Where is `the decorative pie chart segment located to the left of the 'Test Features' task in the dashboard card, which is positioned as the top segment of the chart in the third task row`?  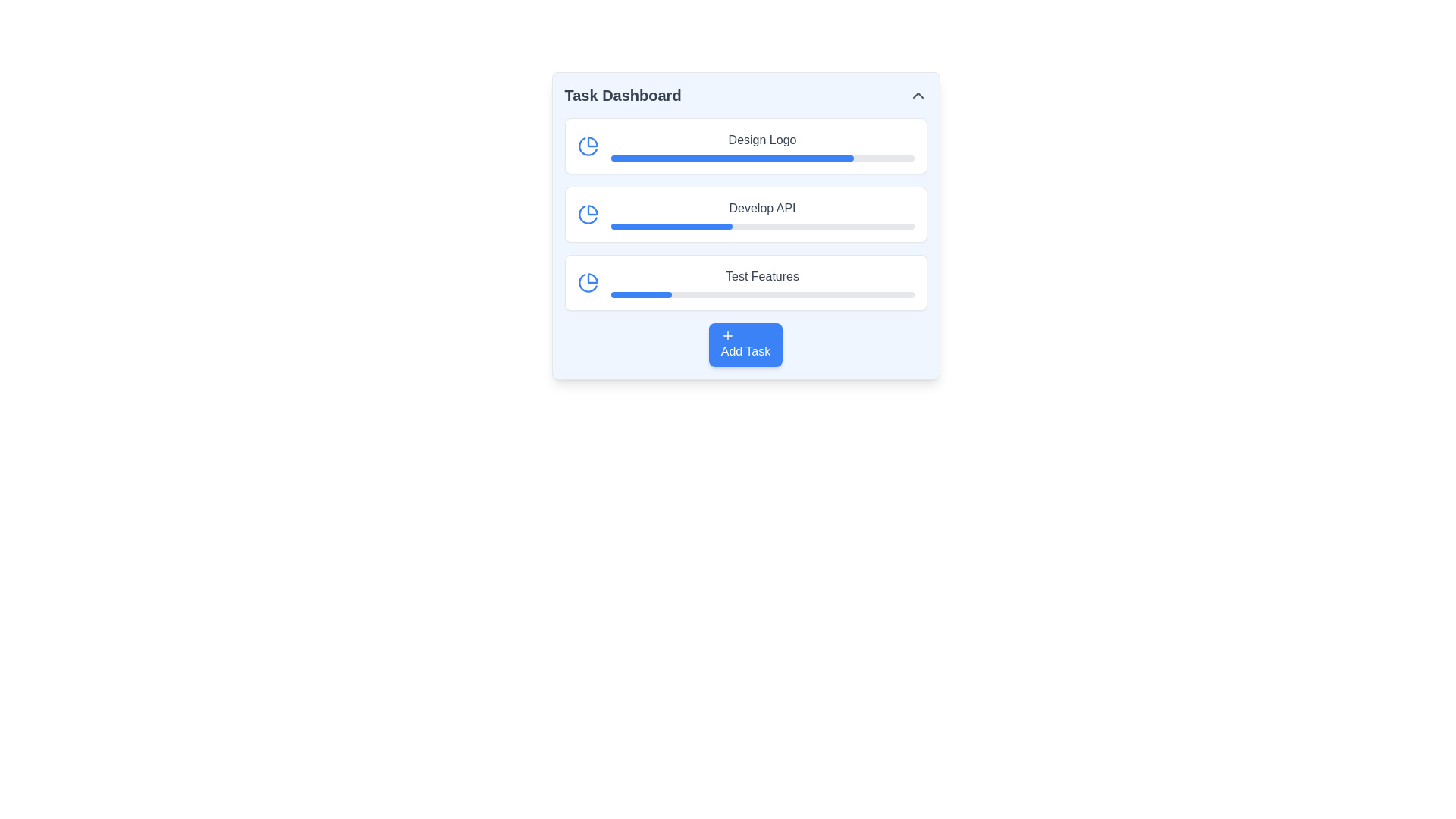 the decorative pie chart segment located to the left of the 'Test Features' task in the dashboard card, which is positioned as the top segment of the chart in the third task row is located at coordinates (591, 278).